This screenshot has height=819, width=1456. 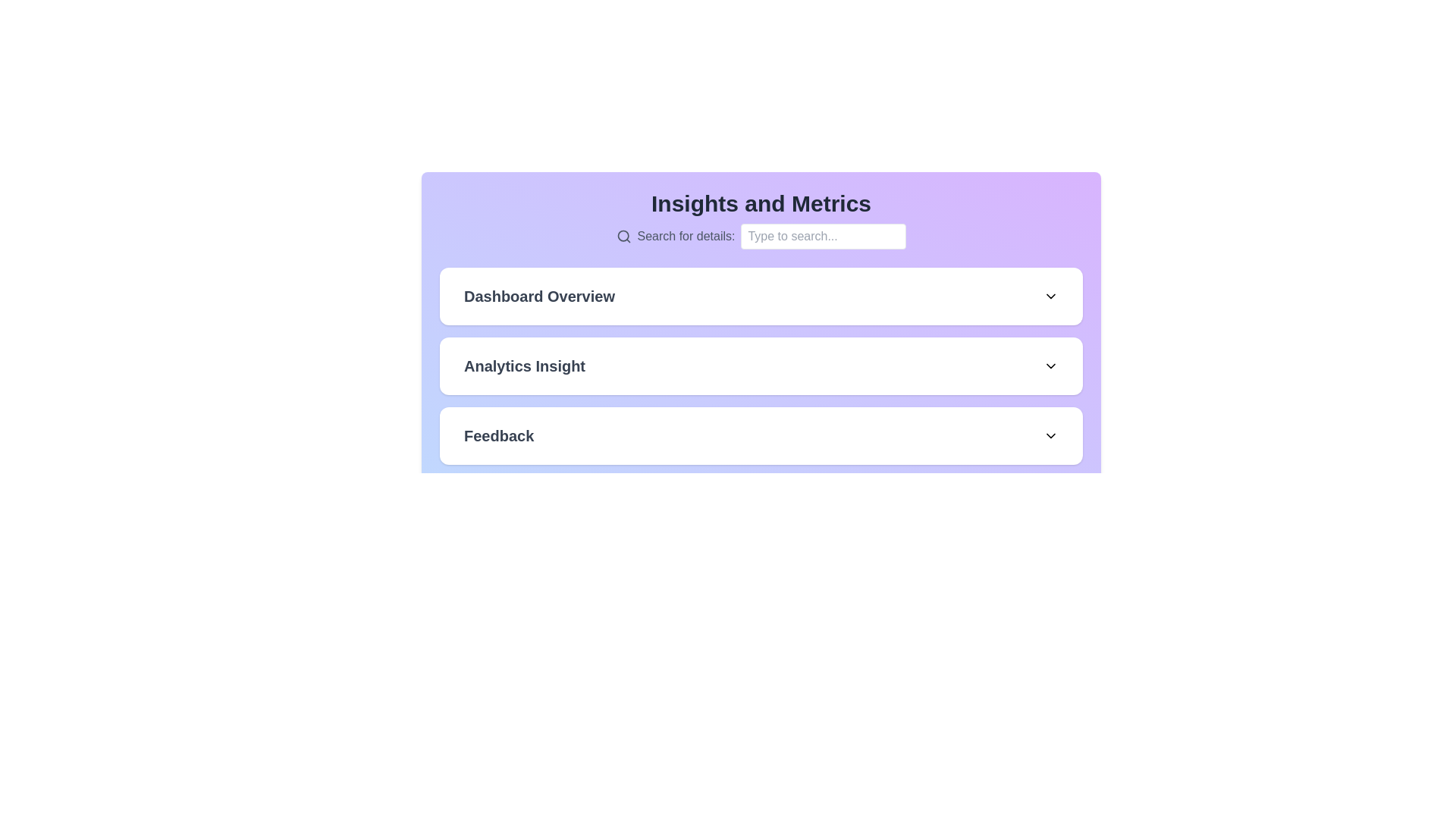 I want to click on the Text Input Field used for searching details, which is located to the right of the label 'Search for details:', so click(x=823, y=237).